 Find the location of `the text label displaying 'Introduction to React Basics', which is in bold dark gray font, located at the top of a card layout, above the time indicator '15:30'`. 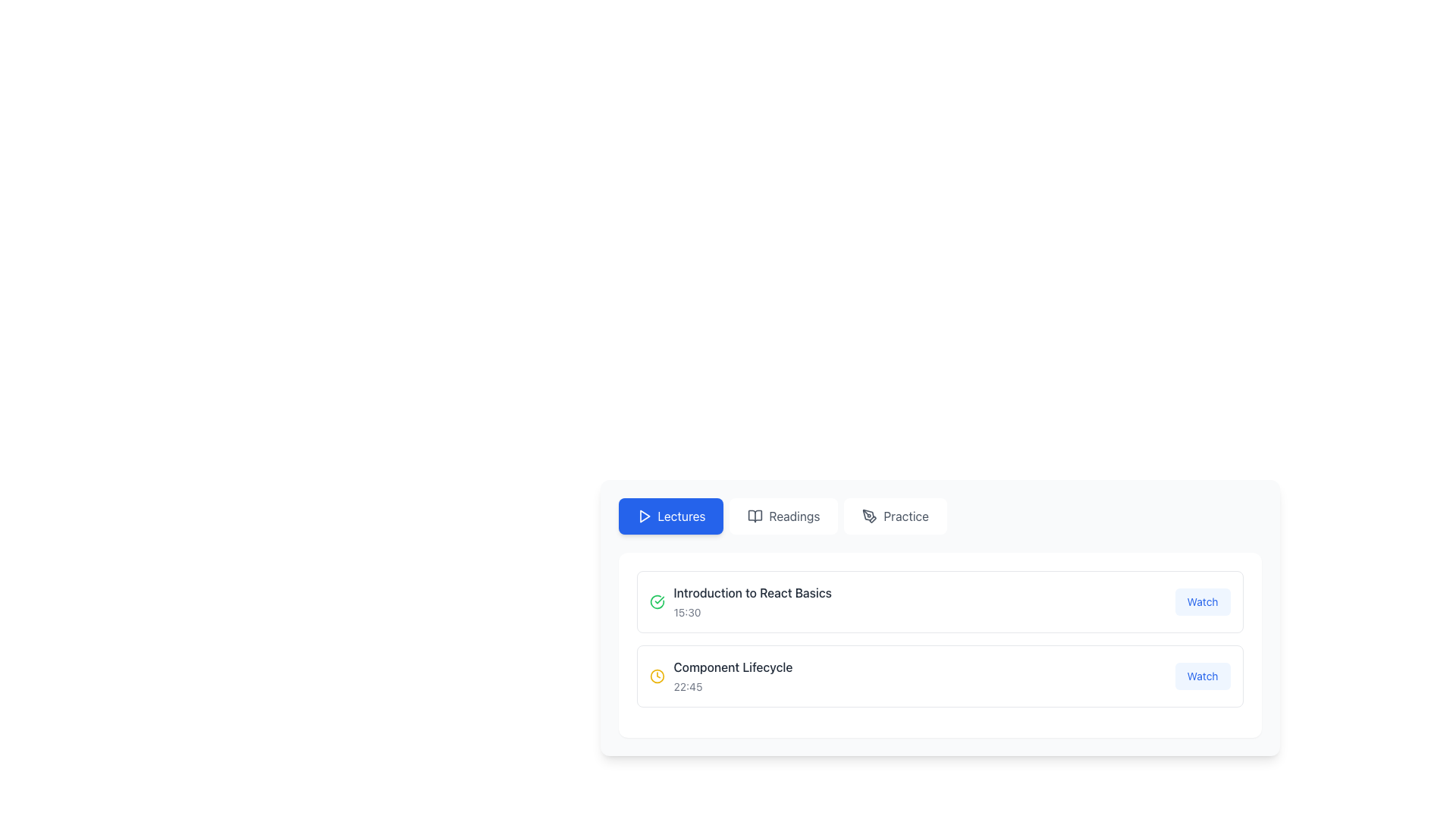

the text label displaying 'Introduction to React Basics', which is in bold dark gray font, located at the top of a card layout, above the time indicator '15:30' is located at coordinates (752, 592).